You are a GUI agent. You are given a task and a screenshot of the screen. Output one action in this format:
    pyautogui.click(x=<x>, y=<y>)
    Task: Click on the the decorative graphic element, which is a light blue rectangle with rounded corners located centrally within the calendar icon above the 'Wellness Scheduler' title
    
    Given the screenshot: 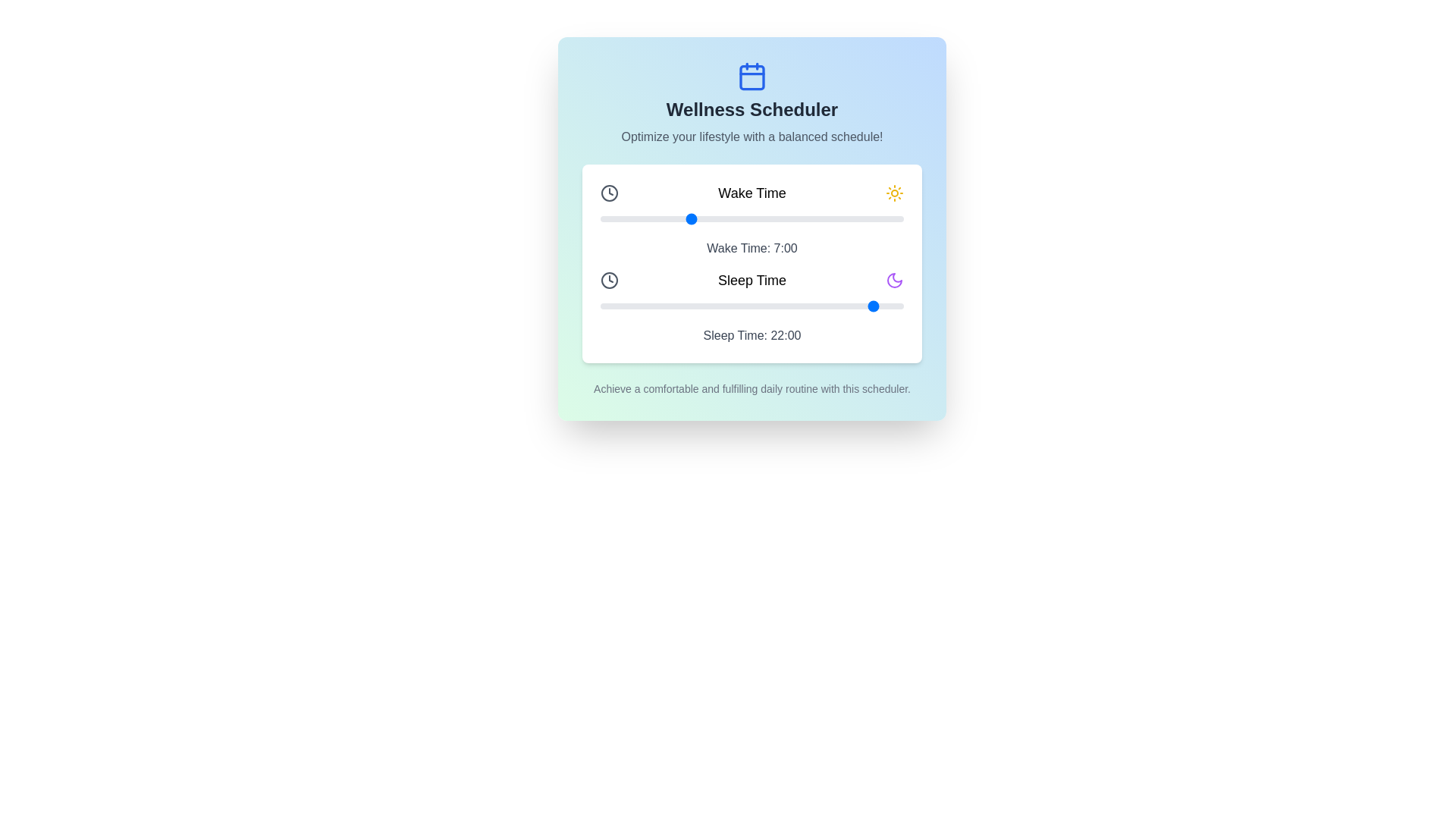 What is the action you would take?
    pyautogui.click(x=752, y=77)
    